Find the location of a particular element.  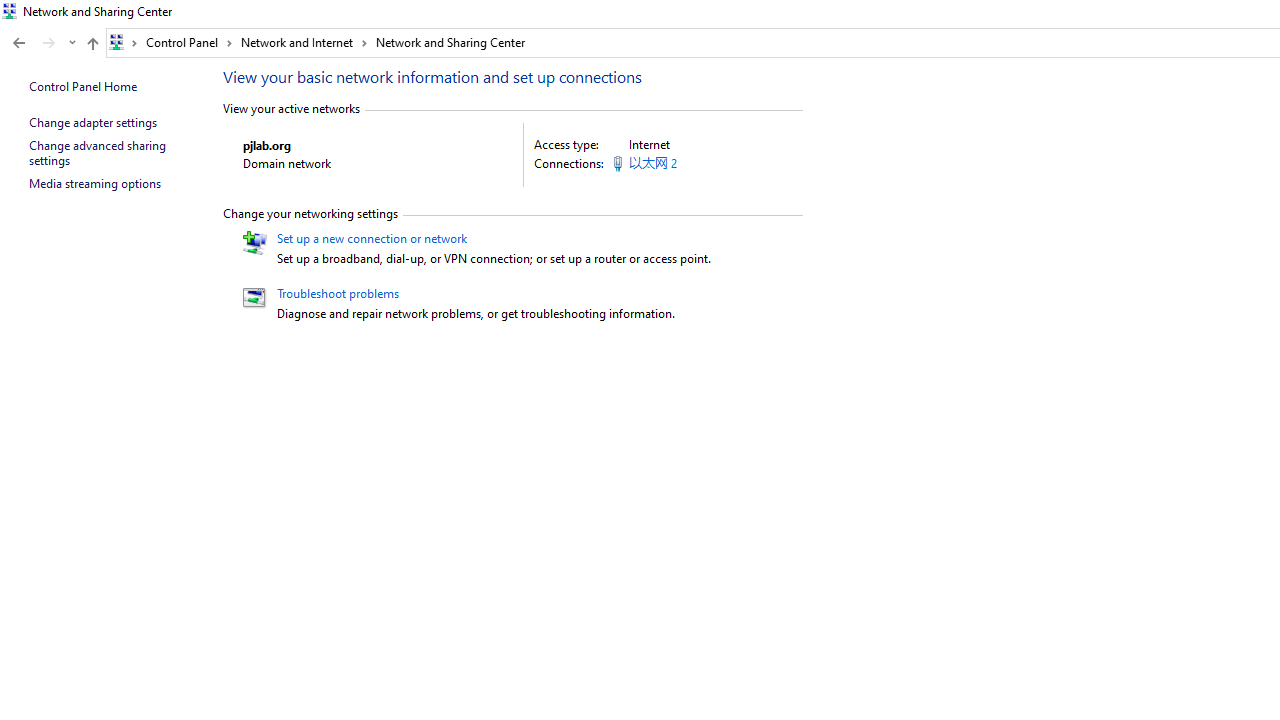

'Control Panel' is located at coordinates (189, 42).